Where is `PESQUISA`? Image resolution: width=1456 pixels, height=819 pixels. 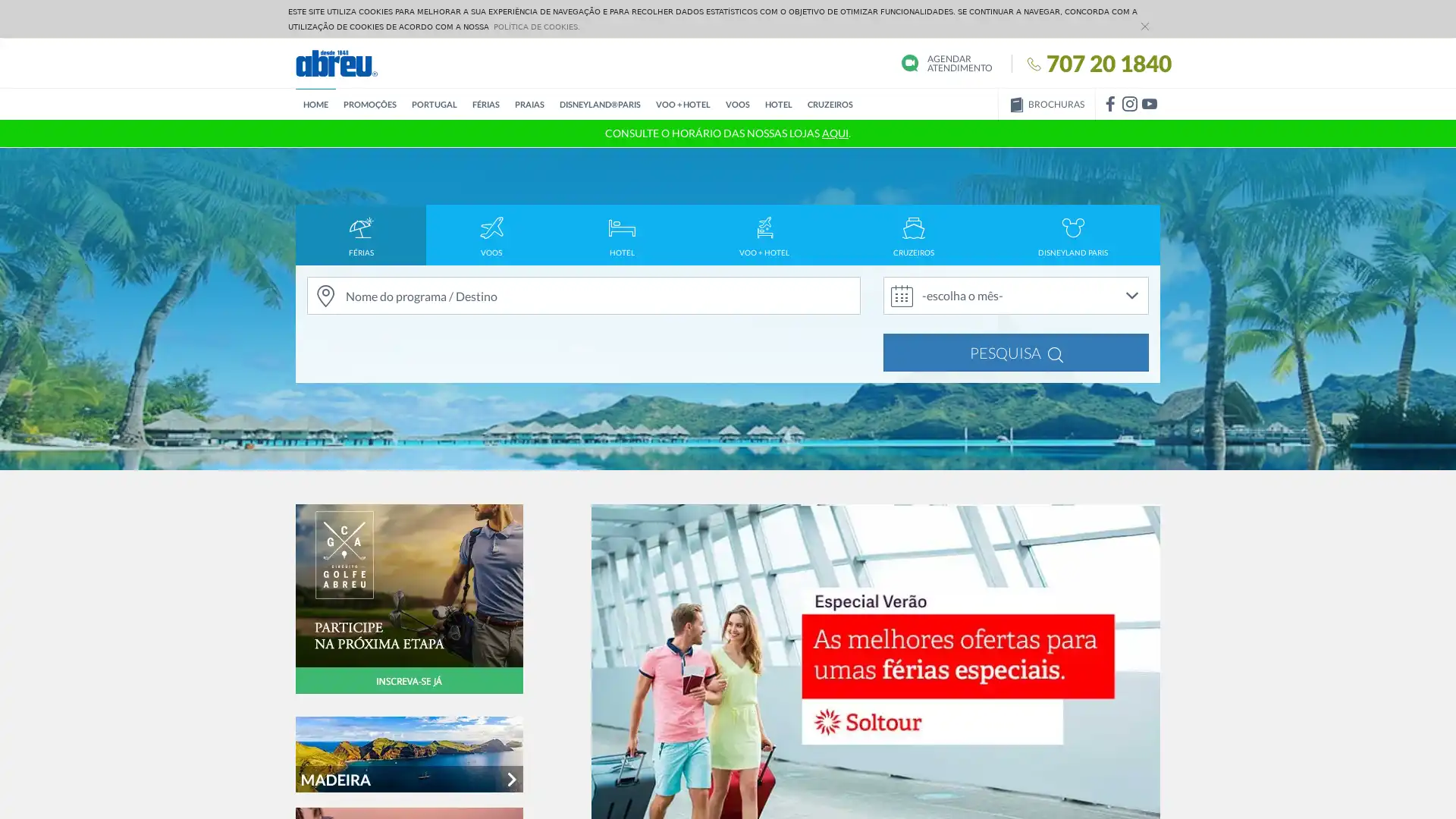 PESQUISA is located at coordinates (1015, 353).